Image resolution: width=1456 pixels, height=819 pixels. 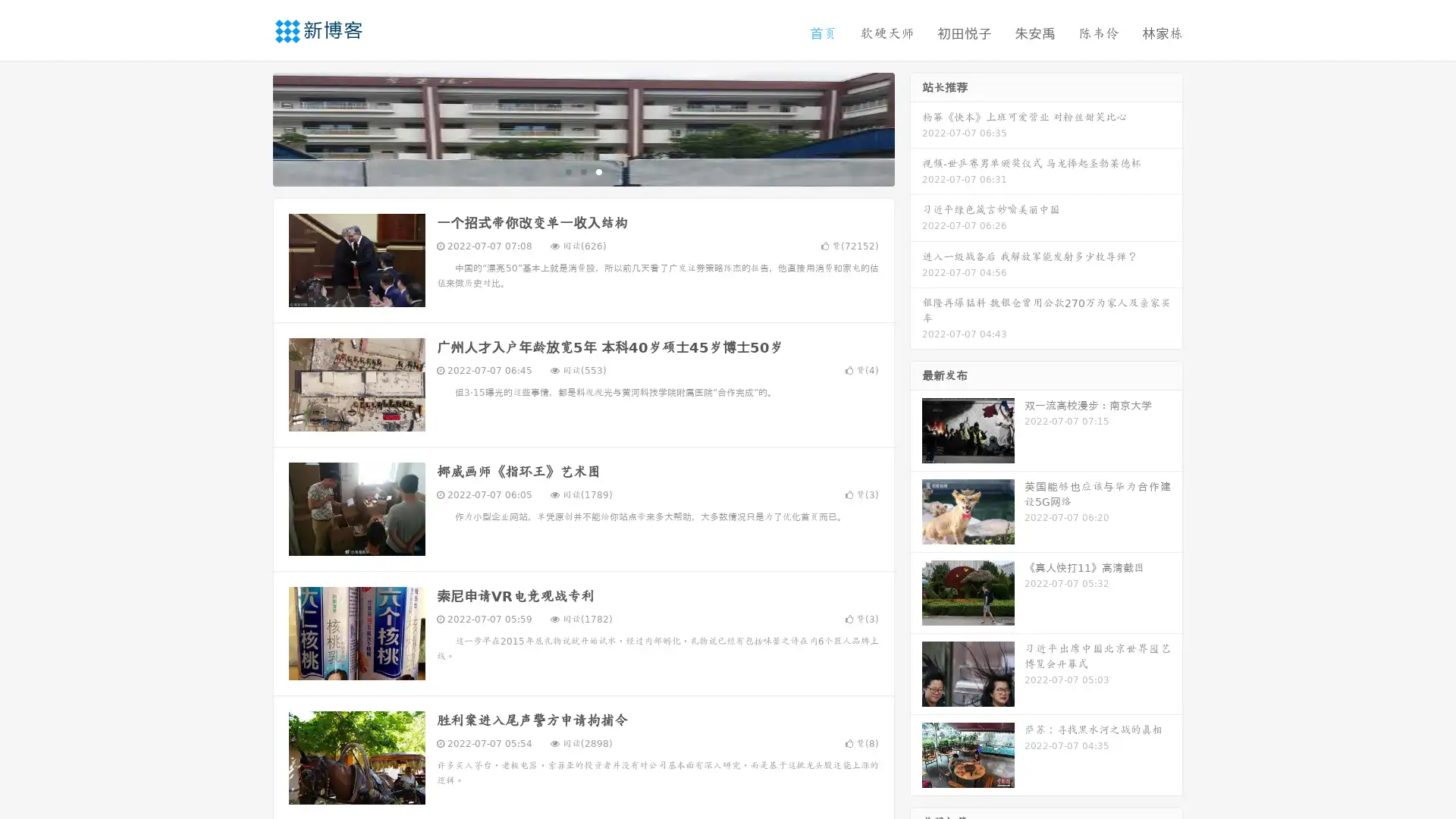 What do you see at coordinates (598, 171) in the screenshot?
I see `Go to slide 3` at bounding box center [598, 171].